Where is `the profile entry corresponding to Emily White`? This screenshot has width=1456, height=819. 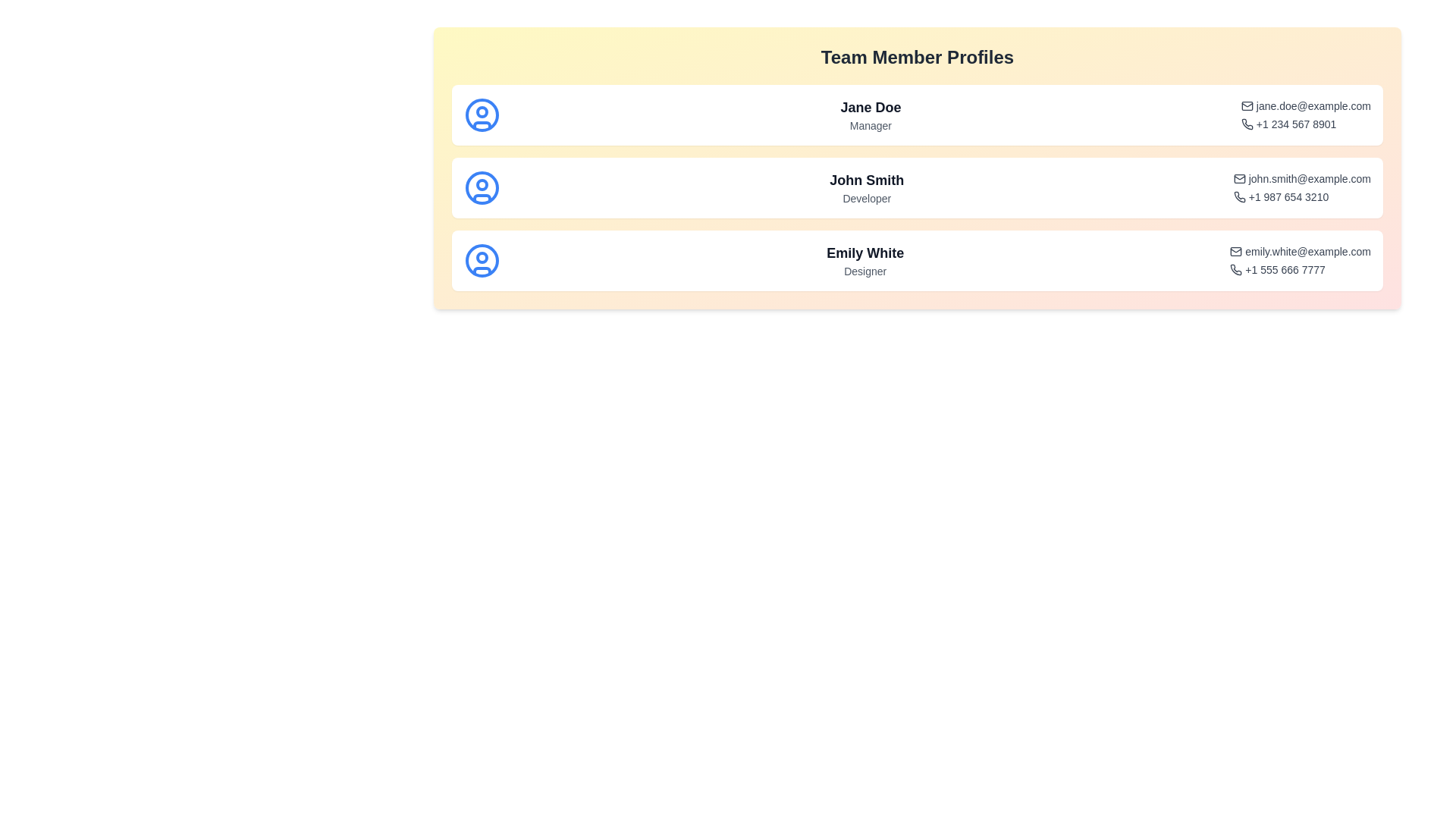 the profile entry corresponding to Emily White is located at coordinates (916, 259).